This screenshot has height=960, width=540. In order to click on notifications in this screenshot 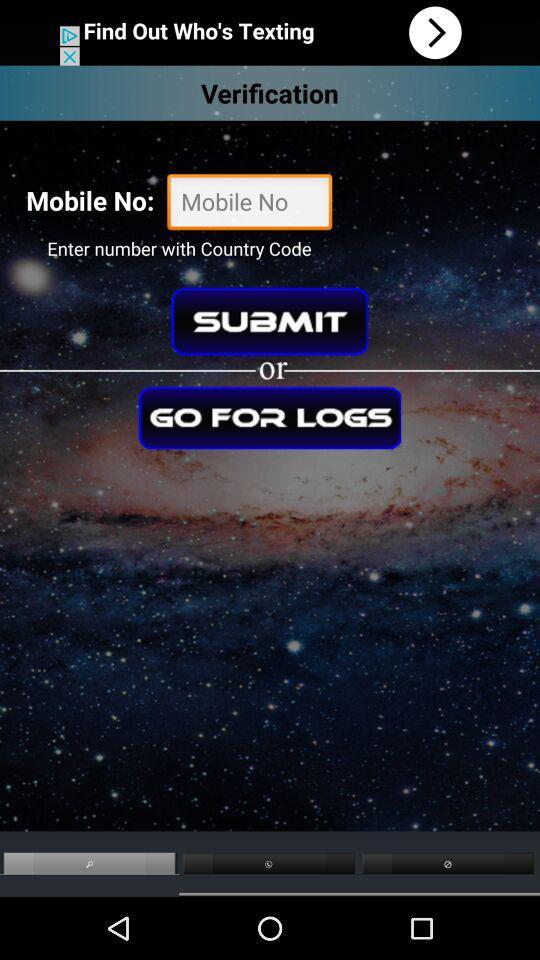, I will do `click(270, 31)`.